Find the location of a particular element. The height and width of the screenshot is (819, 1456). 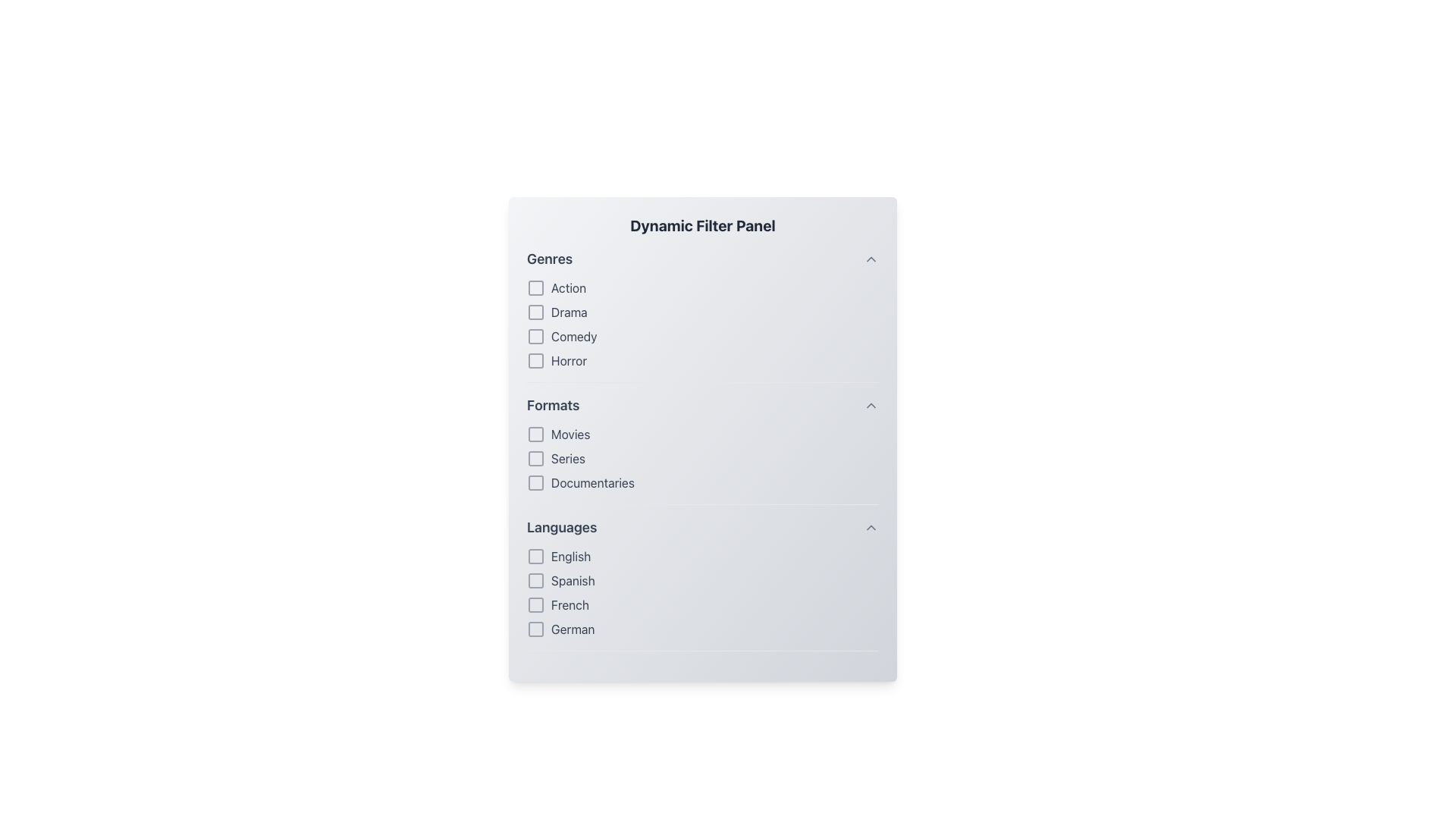

'Documentaries' text label styled in gray within the 'Formats' section of the filter panel is located at coordinates (592, 482).